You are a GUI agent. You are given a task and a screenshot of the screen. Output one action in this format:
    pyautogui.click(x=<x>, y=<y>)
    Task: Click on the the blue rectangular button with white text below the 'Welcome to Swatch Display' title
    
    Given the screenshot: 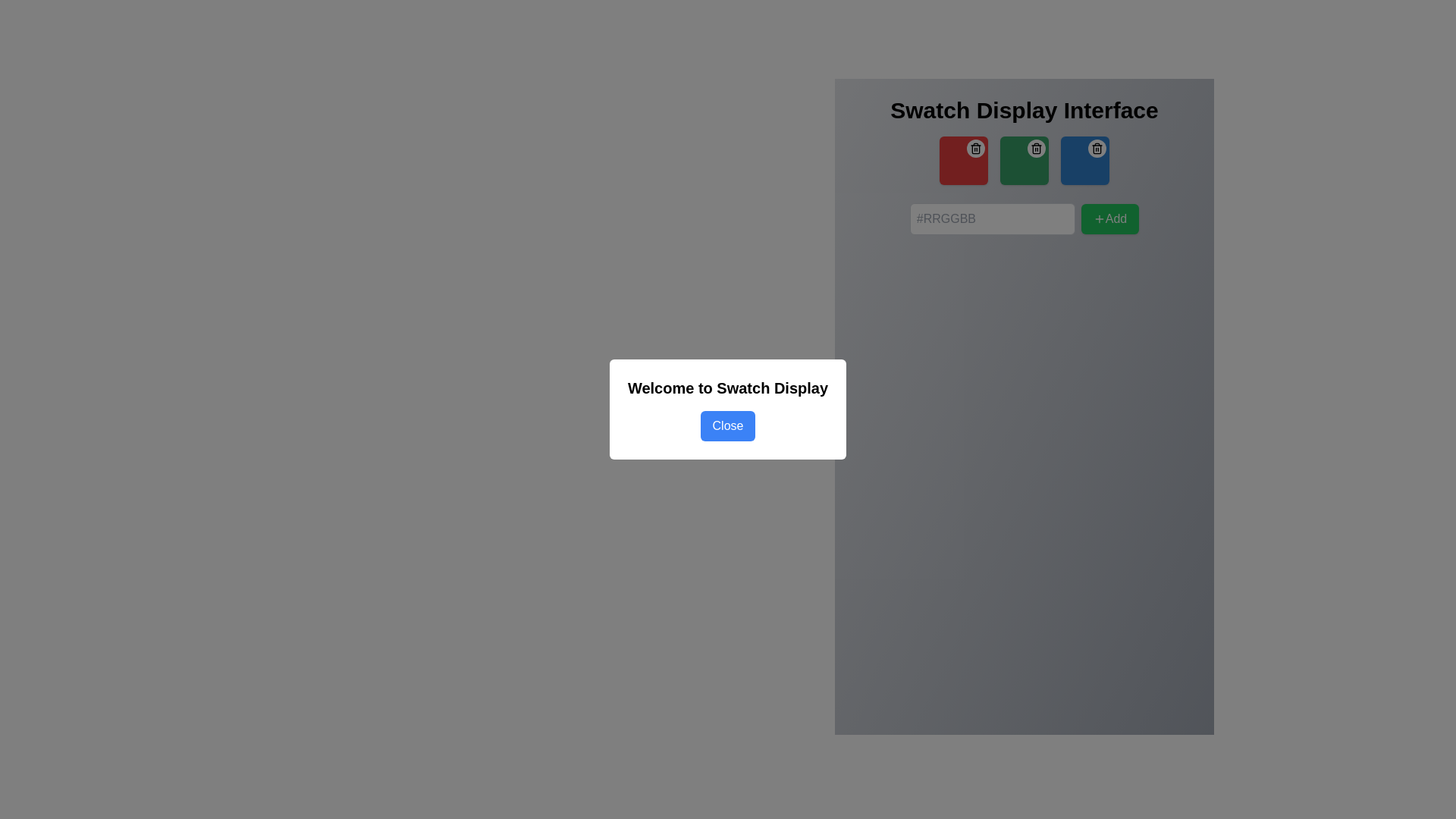 What is the action you would take?
    pyautogui.click(x=728, y=426)
    